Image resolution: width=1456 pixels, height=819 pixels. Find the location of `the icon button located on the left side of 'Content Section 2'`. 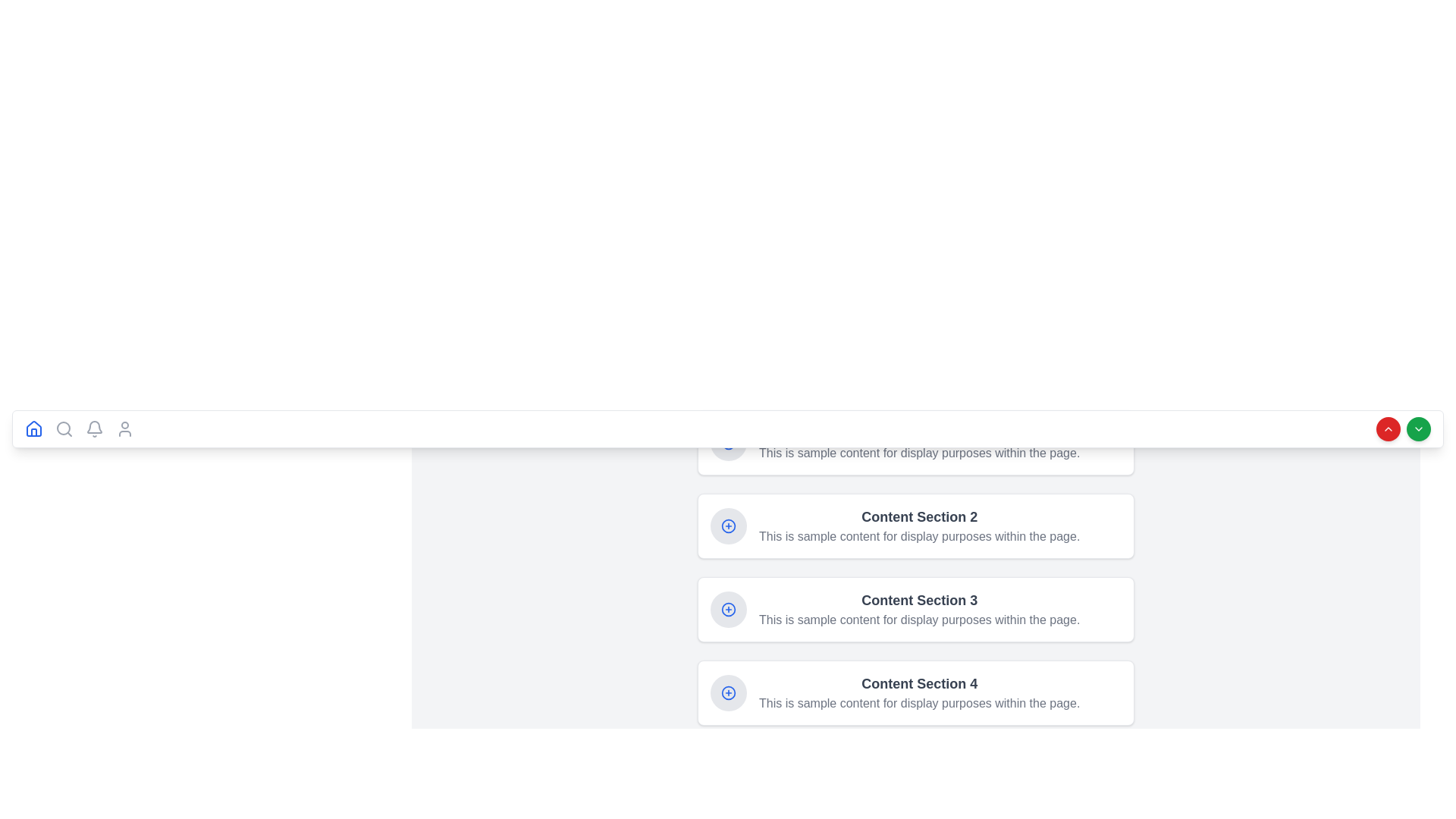

the icon button located on the left side of 'Content Section 2' is located at coordinates (728, 526).